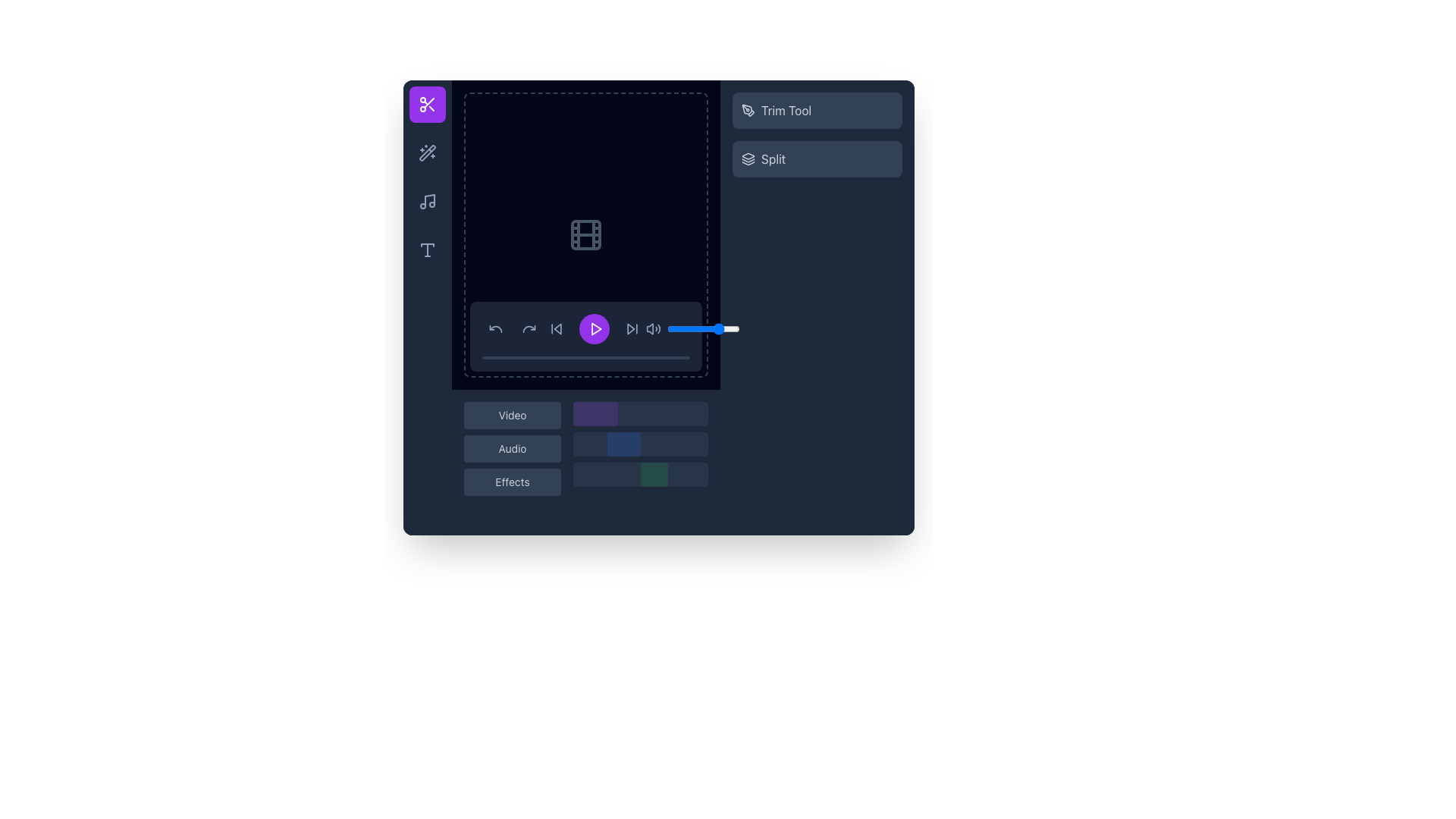  I want to click on the topmost square button with a purple background and a white scissors icon on the left vertical toolbar, so click(427, 104).